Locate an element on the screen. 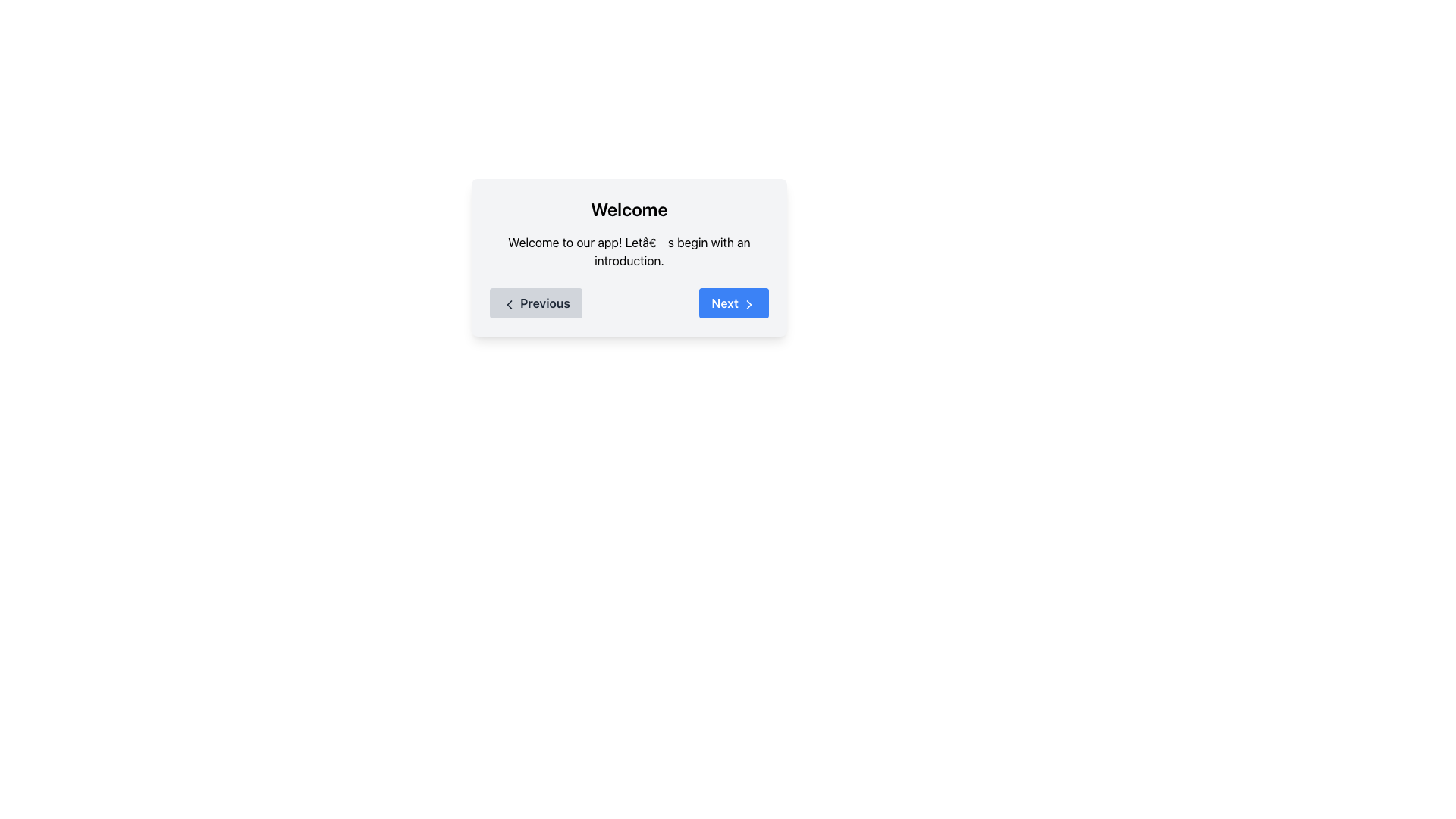 The image size is (1456, 819). the leftward-pointing arrow icon within the 'Previous' button located in the bottom left area of the dialog box is located at coordinates (510, 304).